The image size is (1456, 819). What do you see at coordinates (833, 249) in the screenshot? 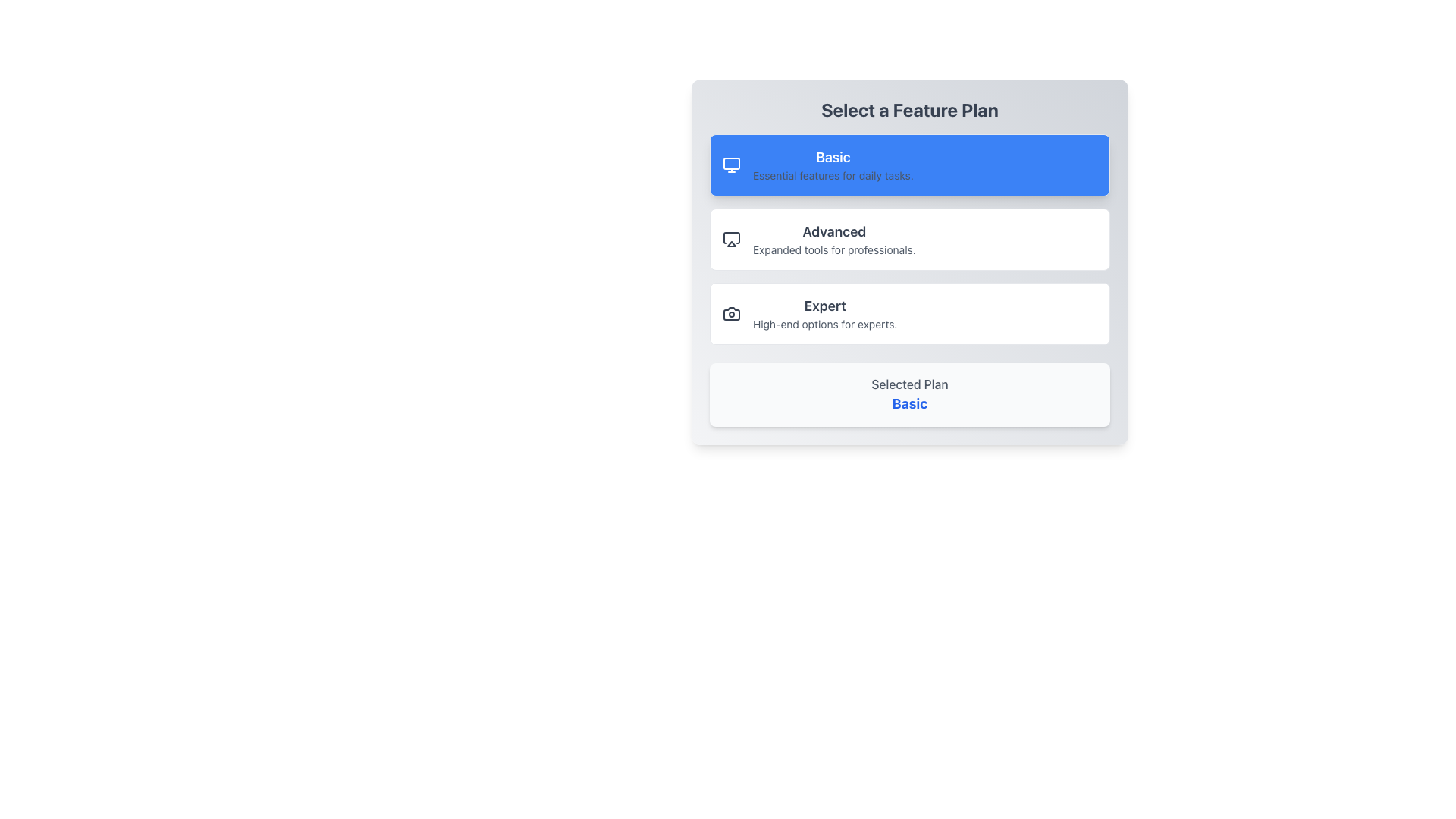
I see `the text 'Expanded tools for professionals.' for copying, which is styled in light gray and positioned directly below the title 'Advanced' in the 'Advanced' plan tile` at bounding box center [833, 249].